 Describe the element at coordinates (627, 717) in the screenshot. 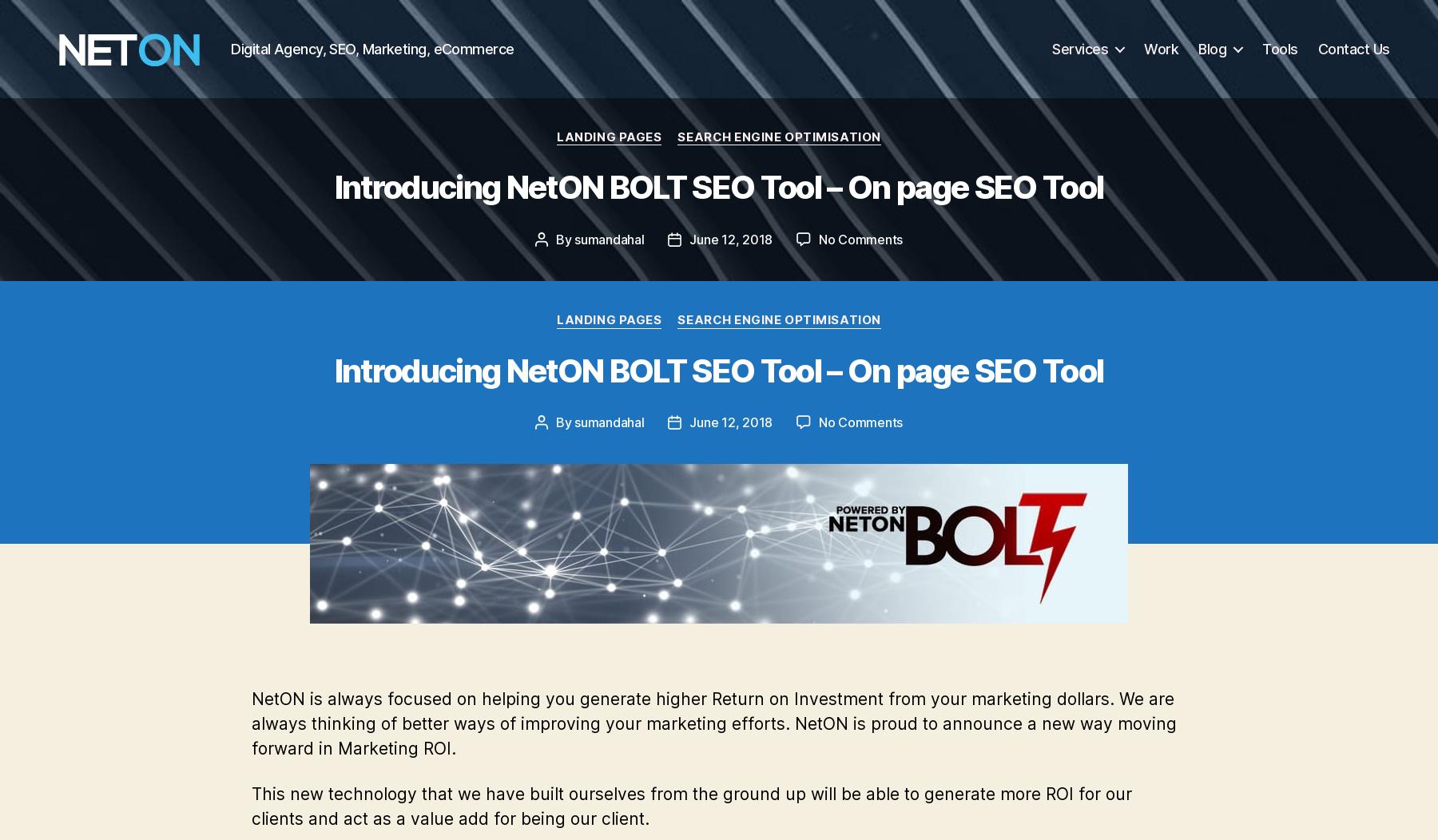

I see `'Your email address will not be published.'` at that location.